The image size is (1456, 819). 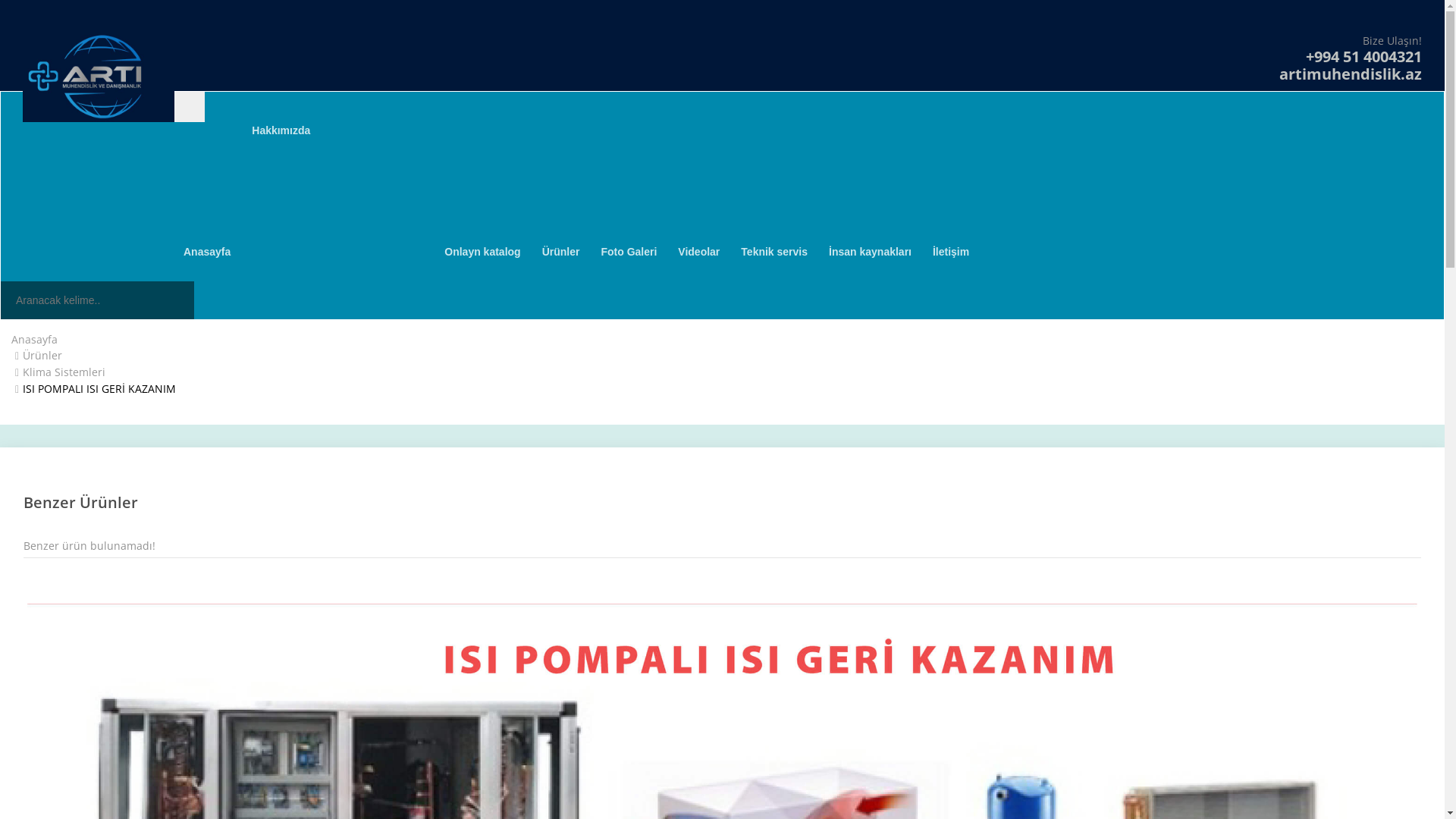 I want to click on 'Teknik servis', so click(x=774, y=250).